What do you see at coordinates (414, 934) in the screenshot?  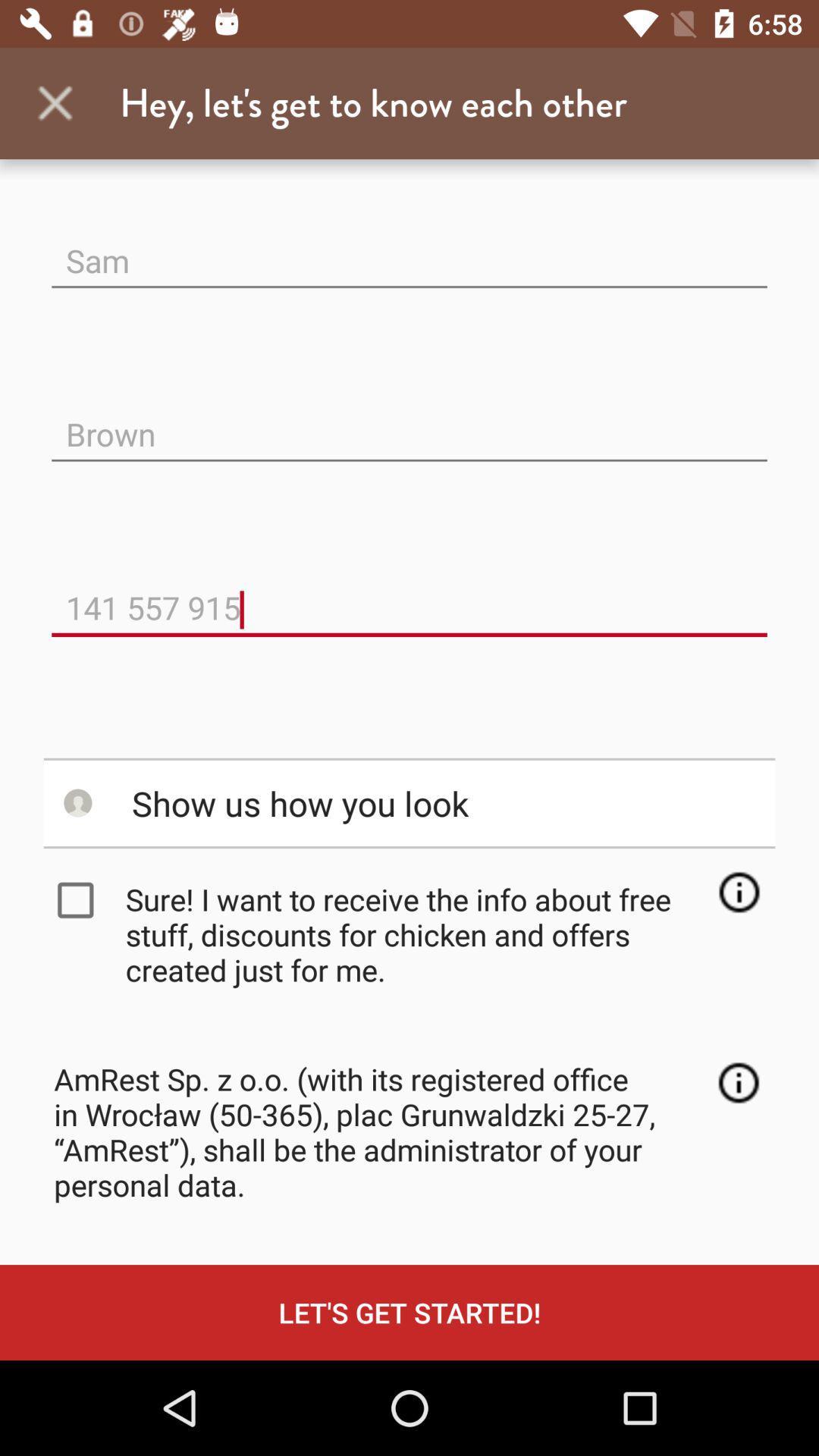 I see `the sure i want item` at bounding box center [414, 934].